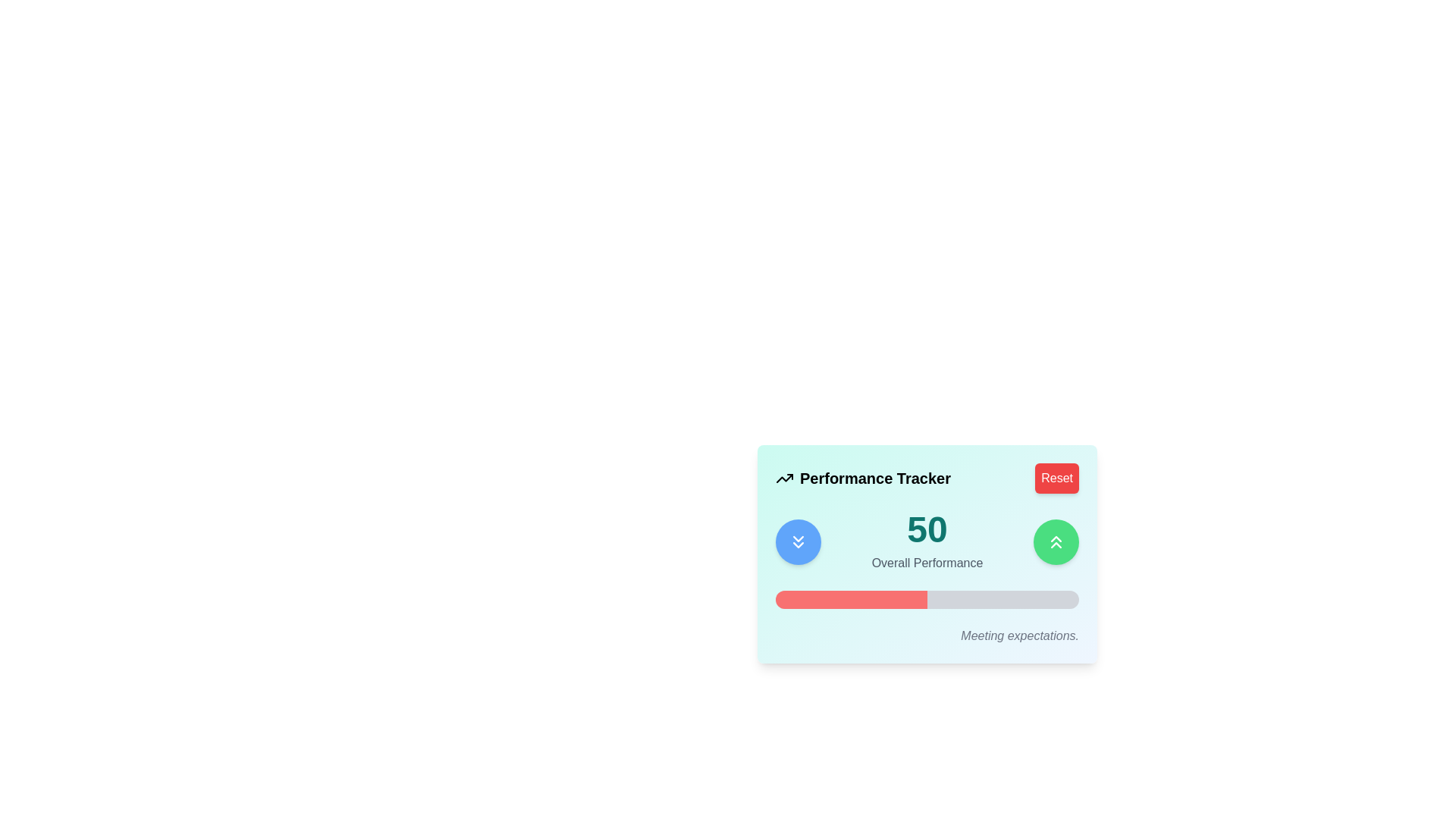  Describe the element at coordinates (785, 479) in the screenshot. I see `the upward trending line graph icon located to the left of the 'Performance Tracker' text in the header of the dashboard card layout` at that location.